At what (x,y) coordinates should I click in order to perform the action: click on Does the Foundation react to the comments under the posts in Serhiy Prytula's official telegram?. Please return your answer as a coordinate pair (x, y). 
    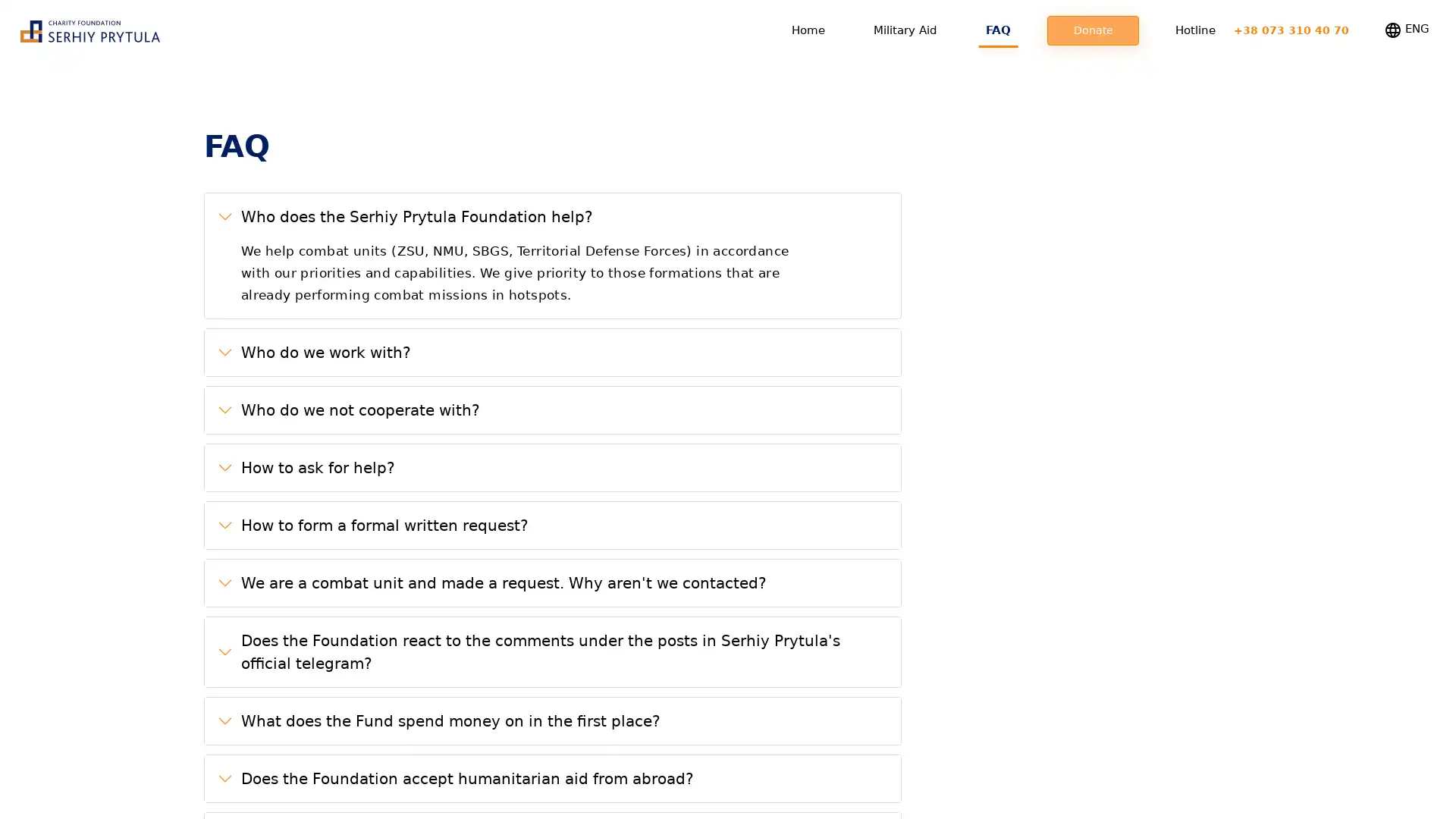
    Looking at the image, I should click on (551, 651).